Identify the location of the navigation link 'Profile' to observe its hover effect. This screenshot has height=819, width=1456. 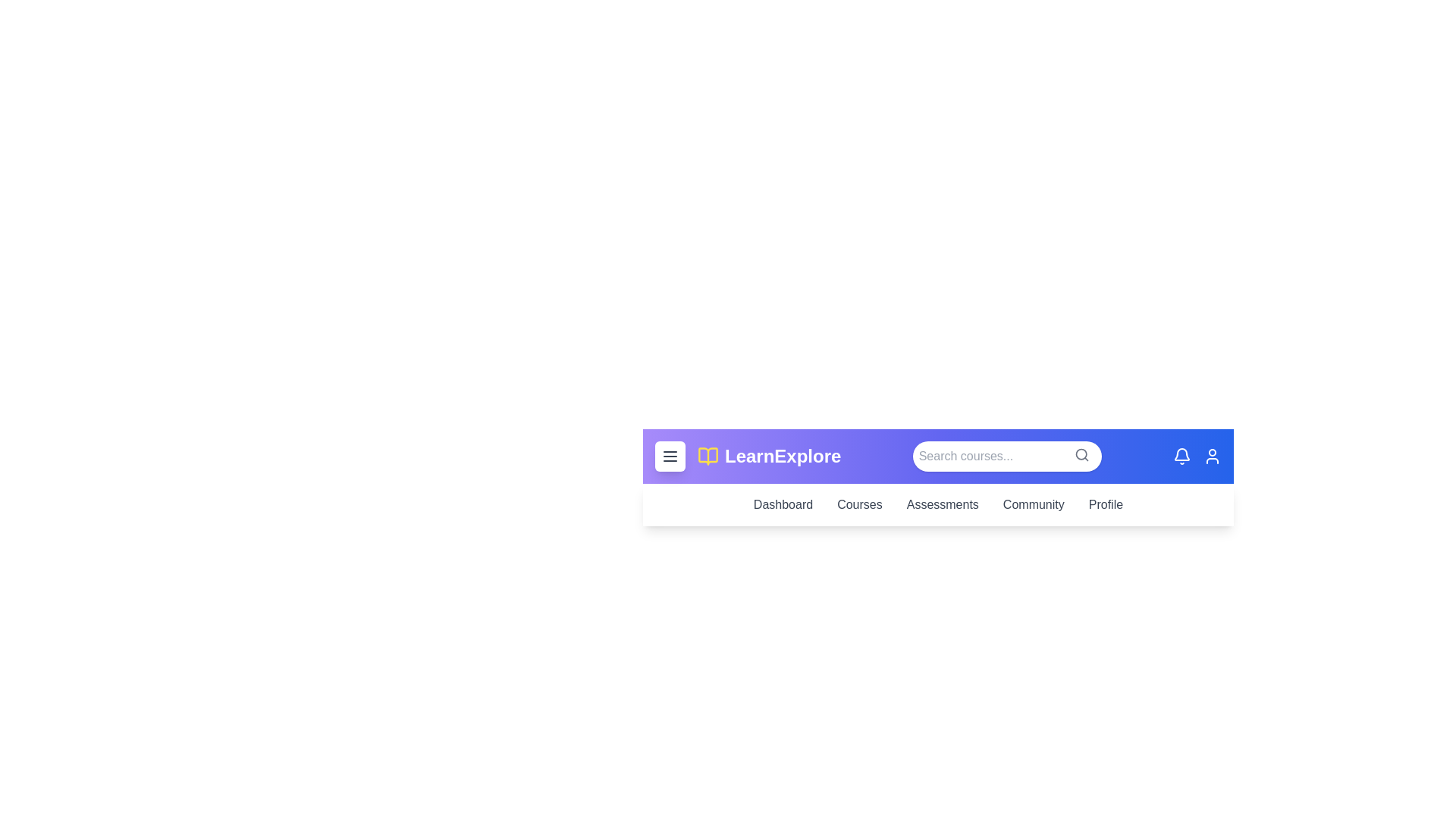
(1106, 505).